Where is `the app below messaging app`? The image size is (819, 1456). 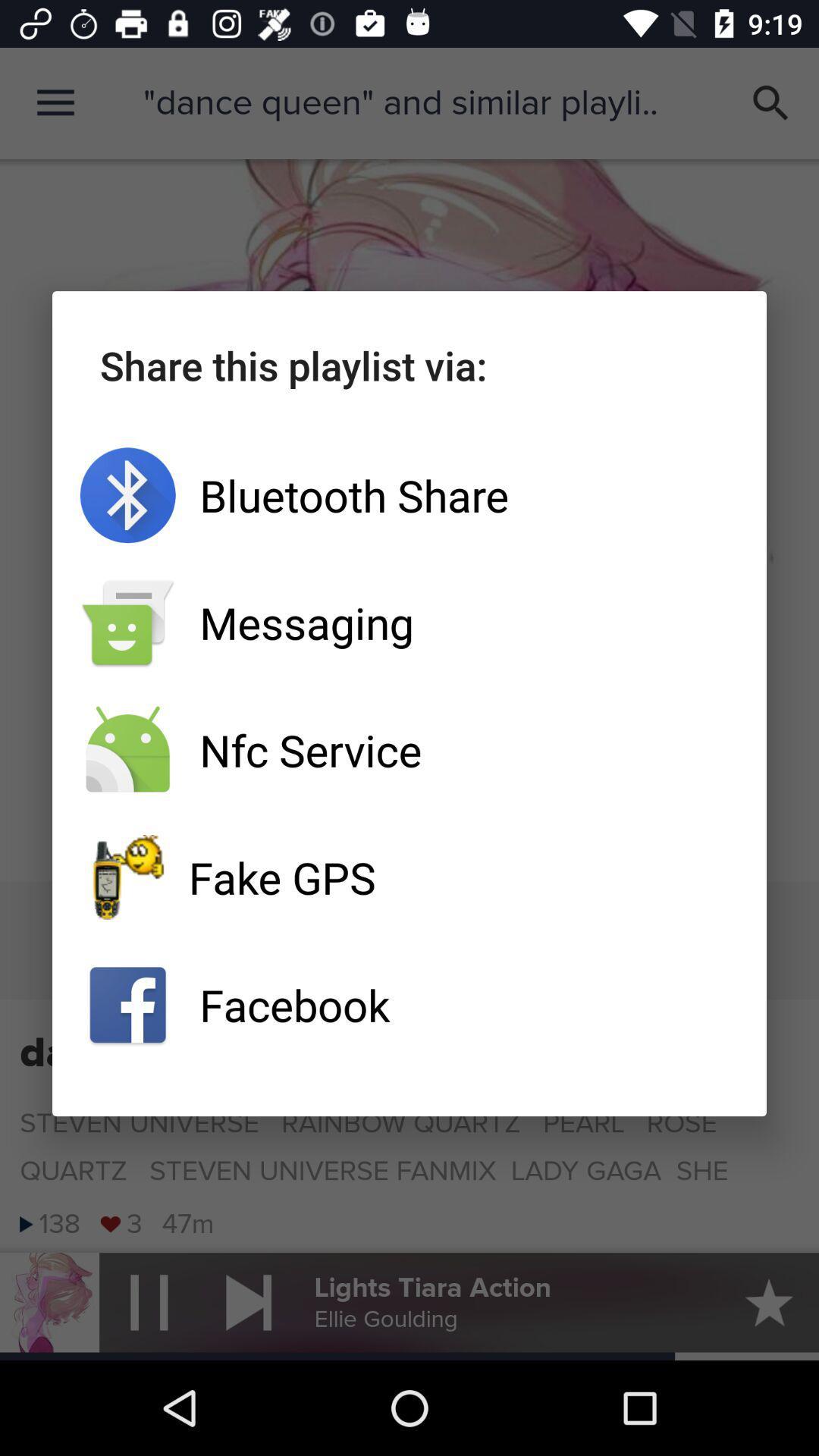
the app below messaging app is located at coordinates (409, 750).